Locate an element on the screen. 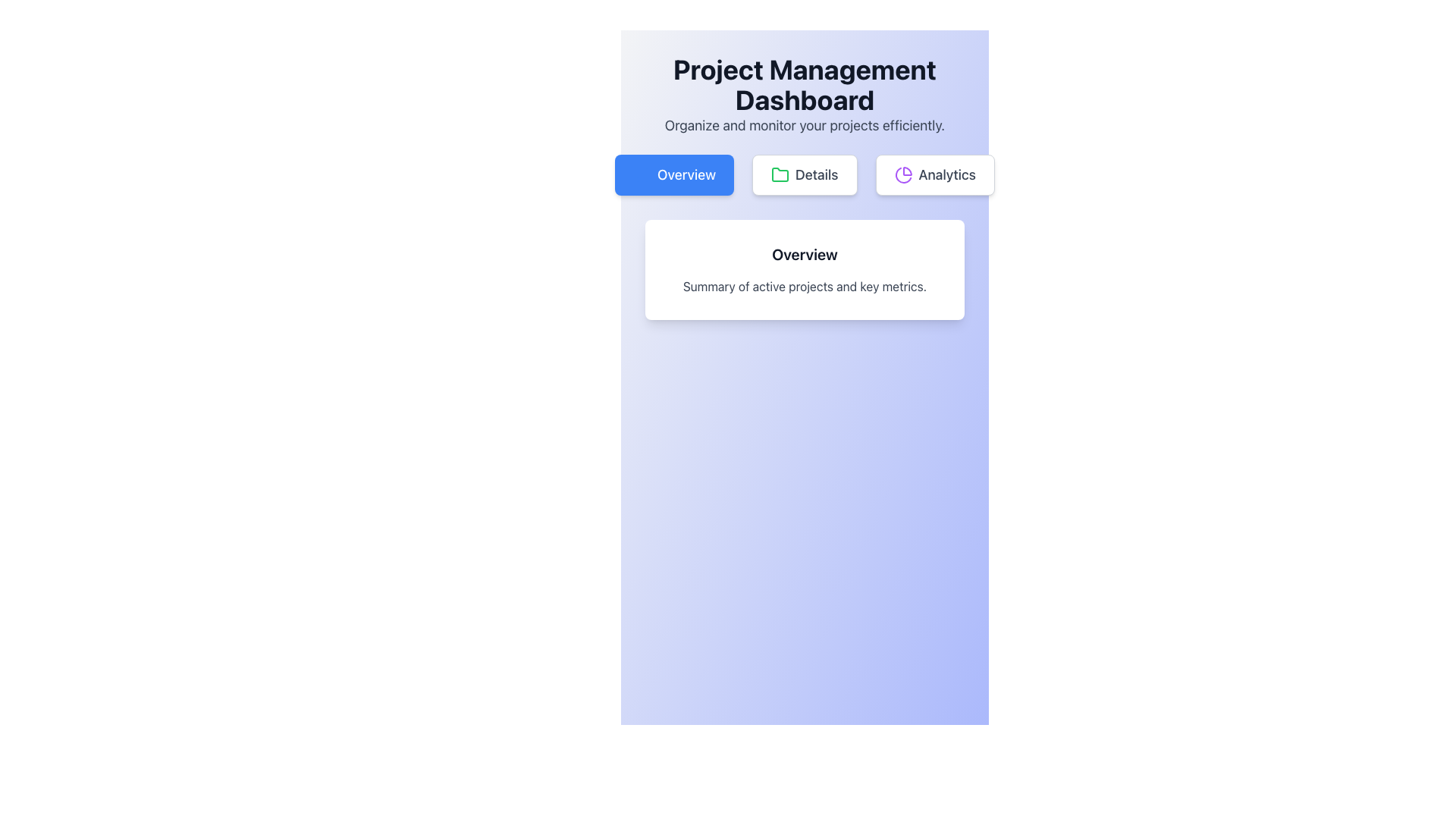  the text element titled 'Project Management Dashboard' which includes the subtitle 'Organize and monitor your projects efficiently.' is located at coordinates (804, 96).